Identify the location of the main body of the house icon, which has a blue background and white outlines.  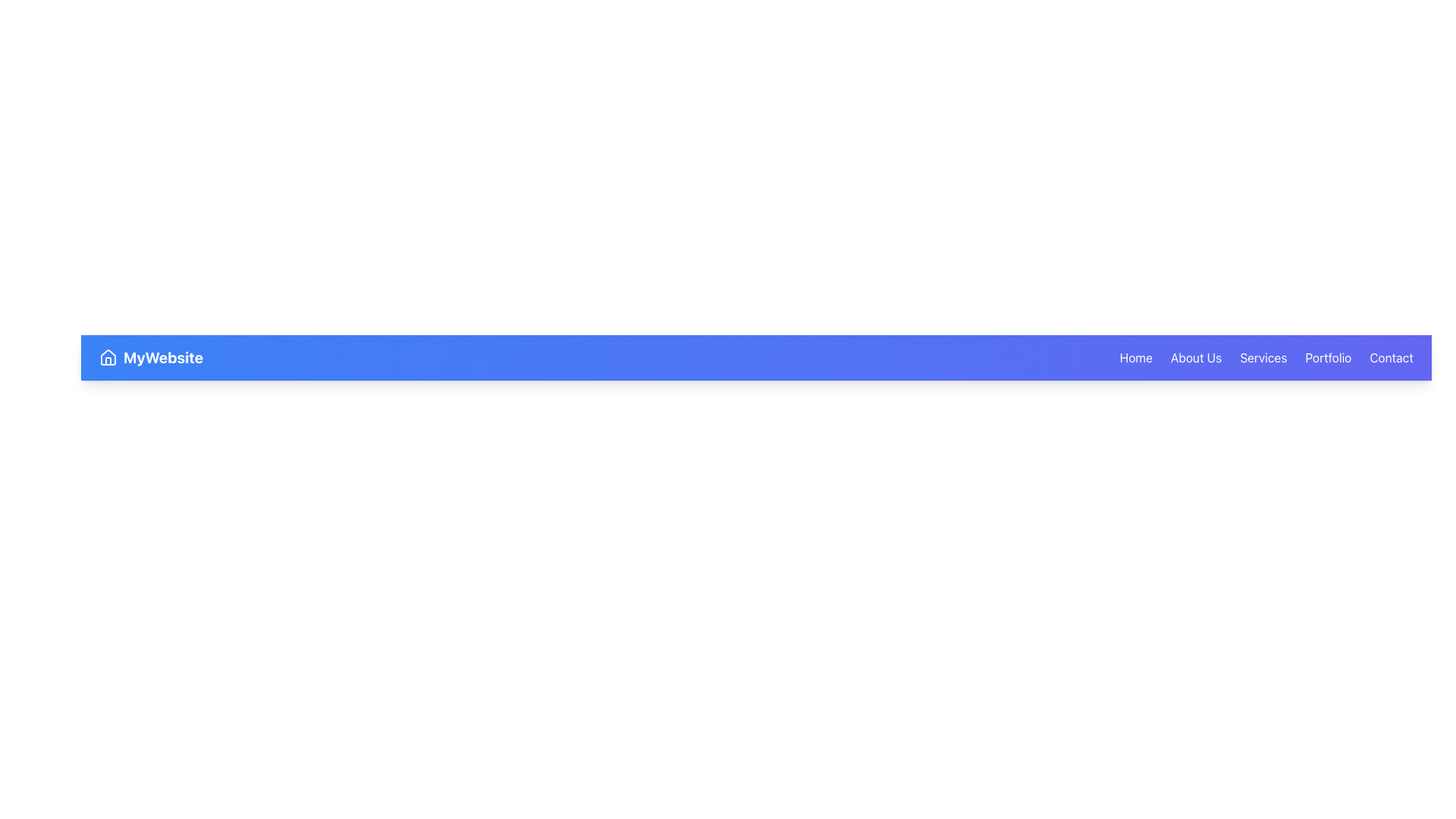
(108, 356).